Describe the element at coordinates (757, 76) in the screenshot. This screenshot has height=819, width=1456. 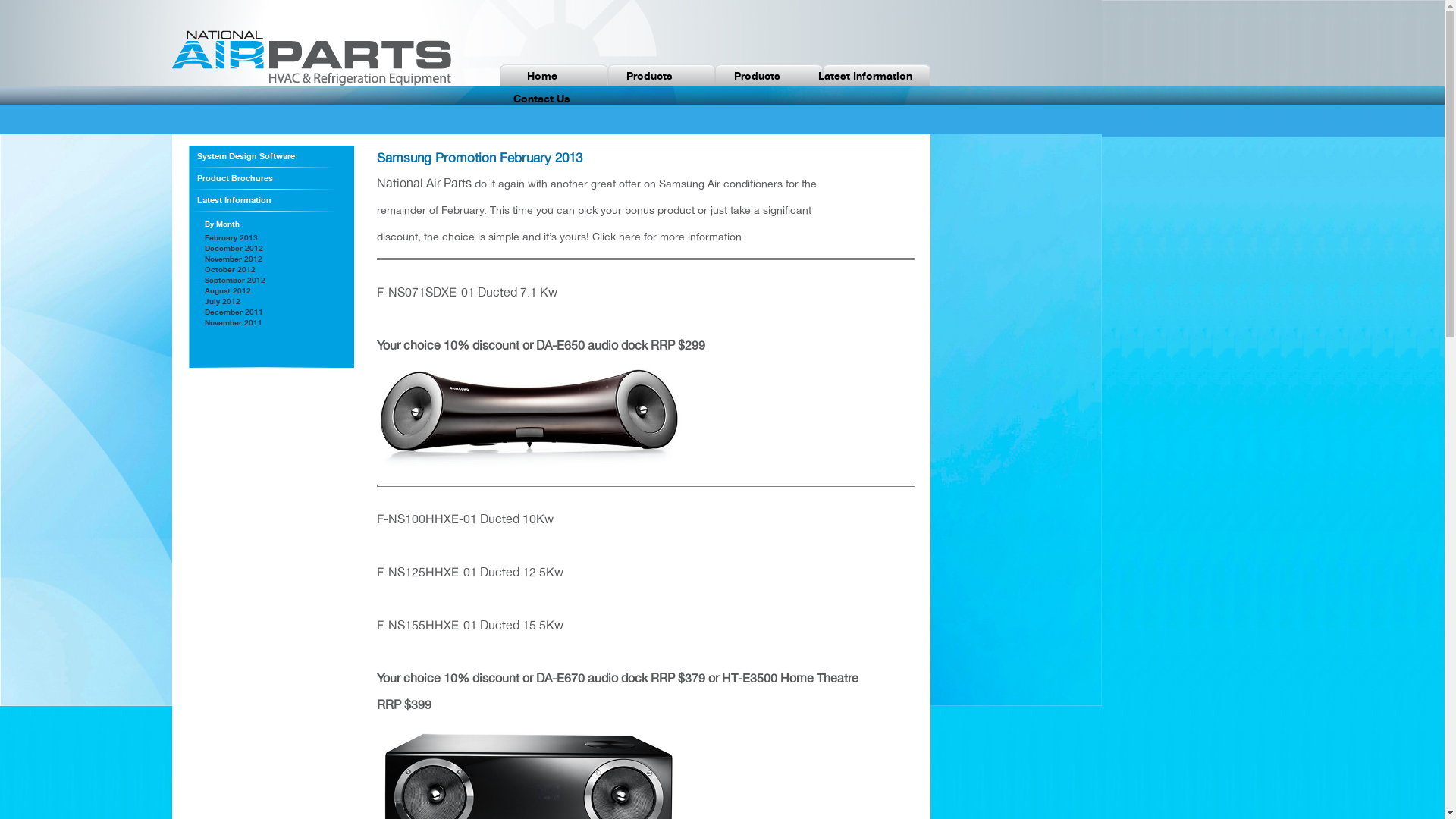
I see `'Products'` at that location.